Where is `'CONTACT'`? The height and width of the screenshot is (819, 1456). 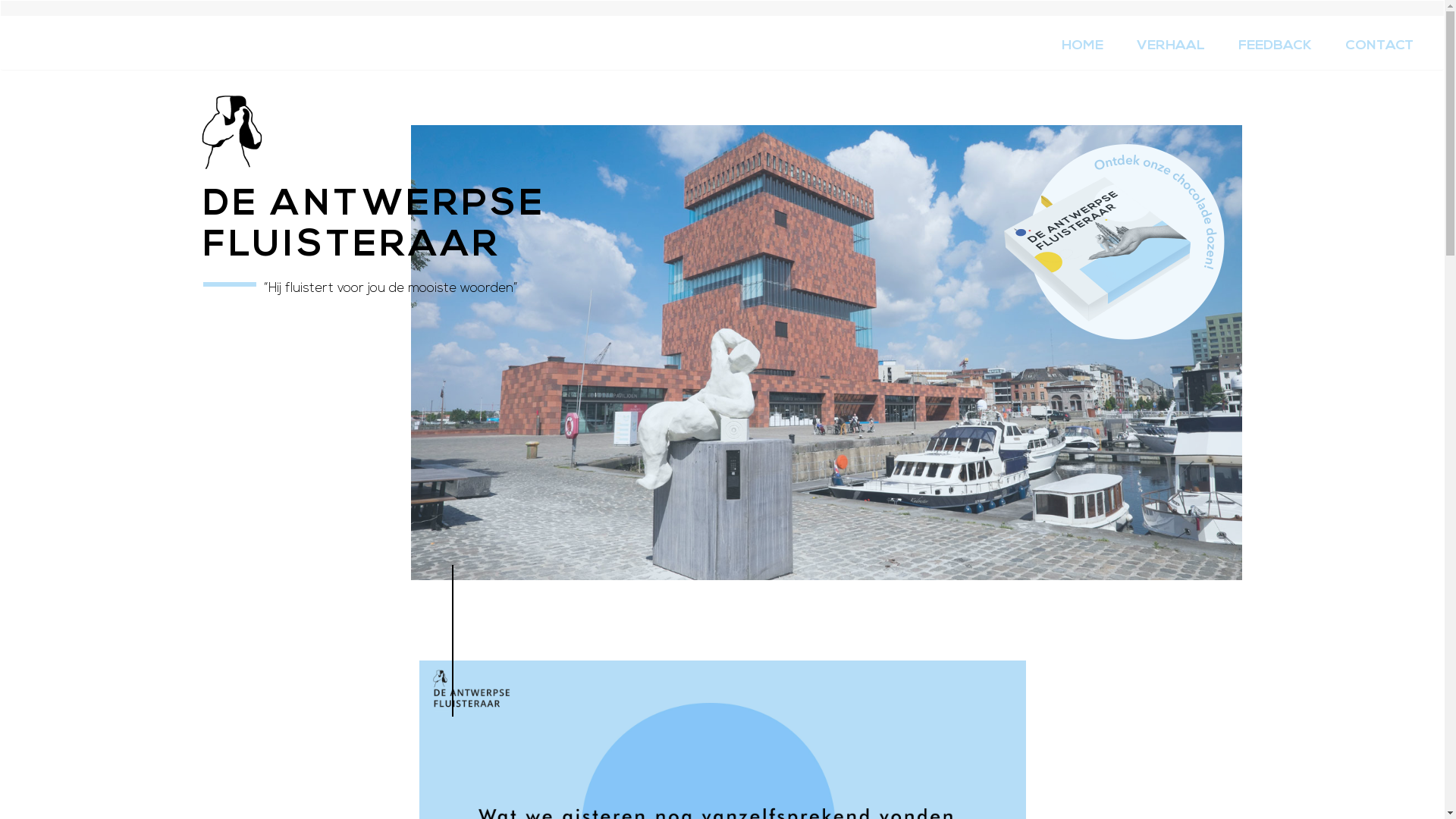 'CONTACT' is located at coordinates (1379, 45).